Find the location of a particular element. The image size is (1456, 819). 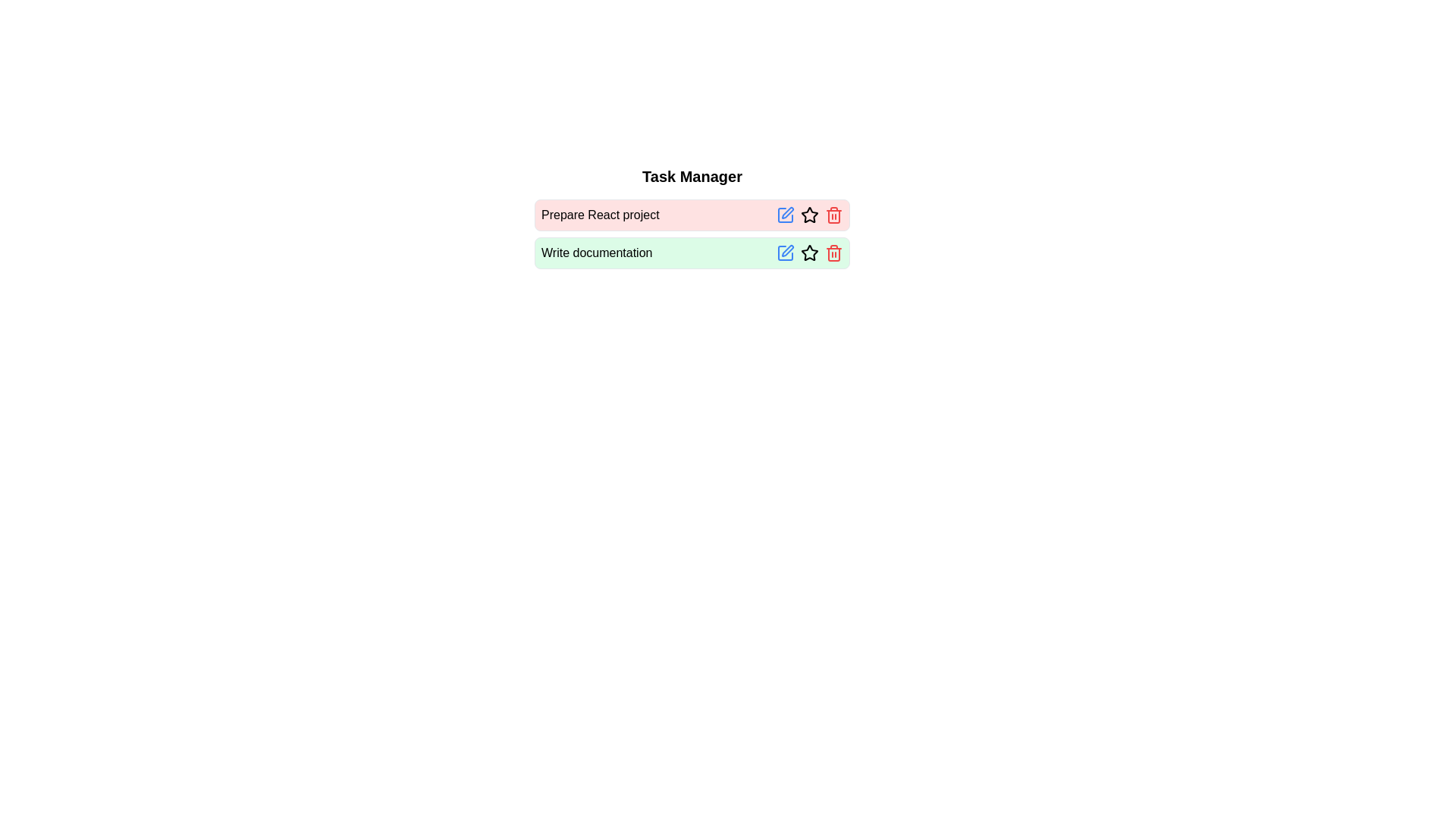

the star icon, which is the rightmost icon in the row for 'Prepare React project,' is located at coordinates (809, 215).